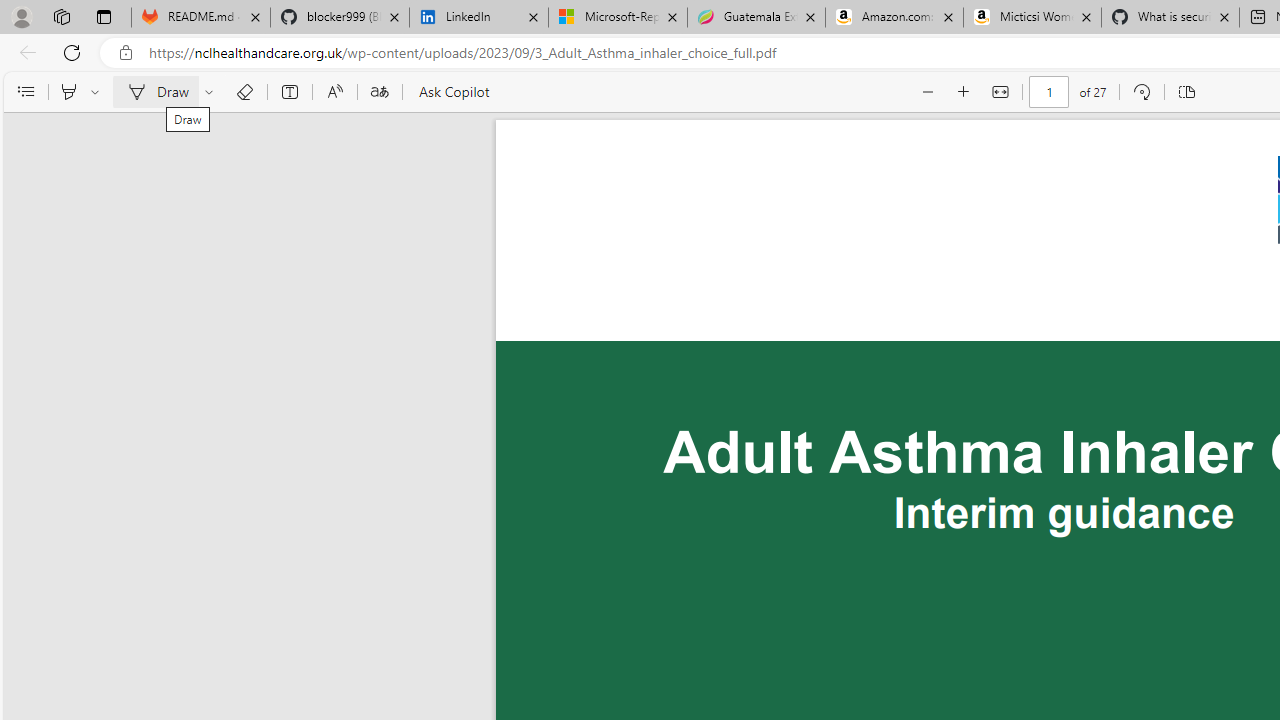 The image size is (1280, 720). What do you see at coordinates (154, 92) in the screenshot?
I see `'Draw'` at bounding box center [154, 92].